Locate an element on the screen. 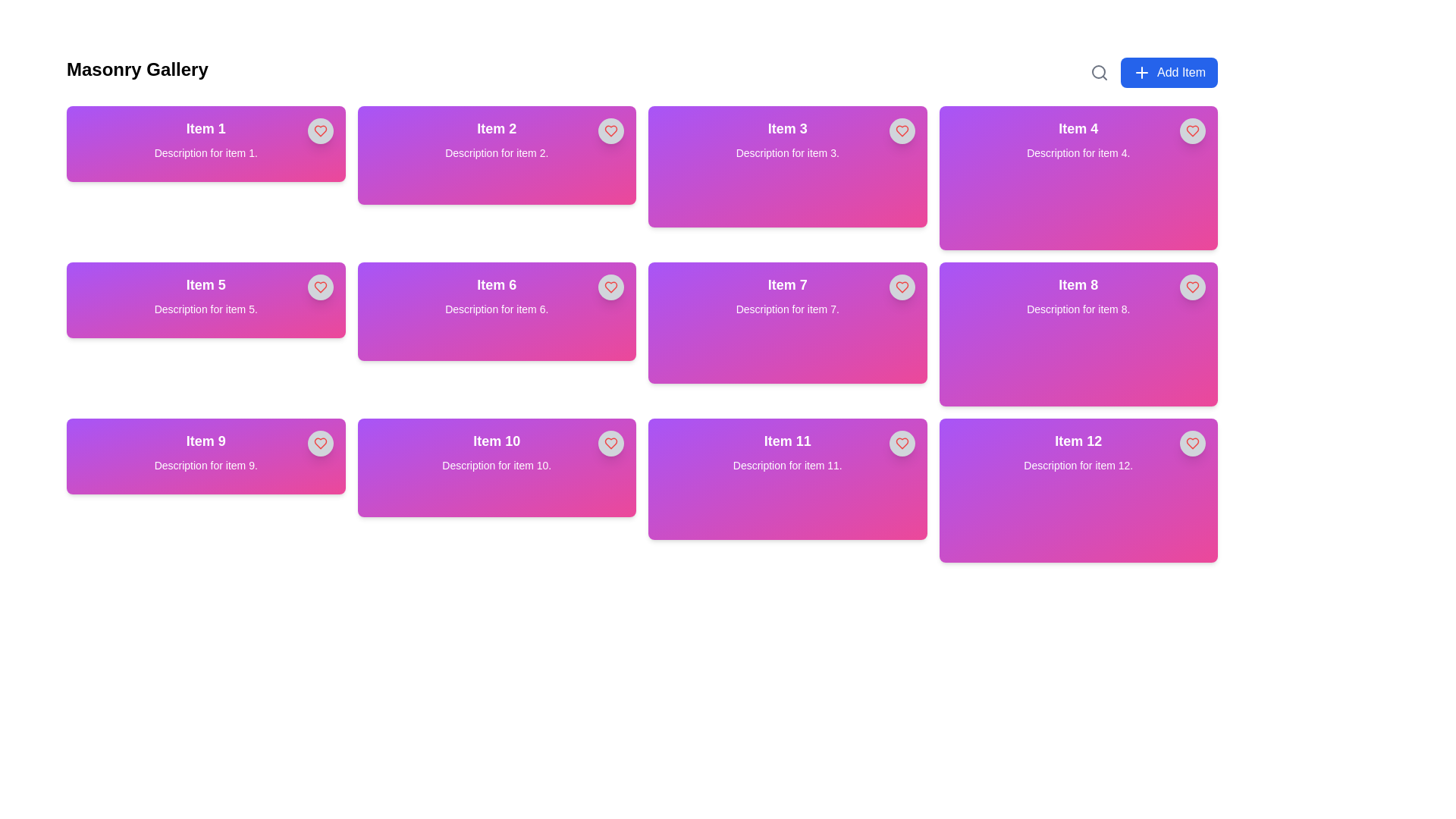  the title 'Item 2' on the interactive card with a gradient background and a heart button is located at coordinates (496, 155).